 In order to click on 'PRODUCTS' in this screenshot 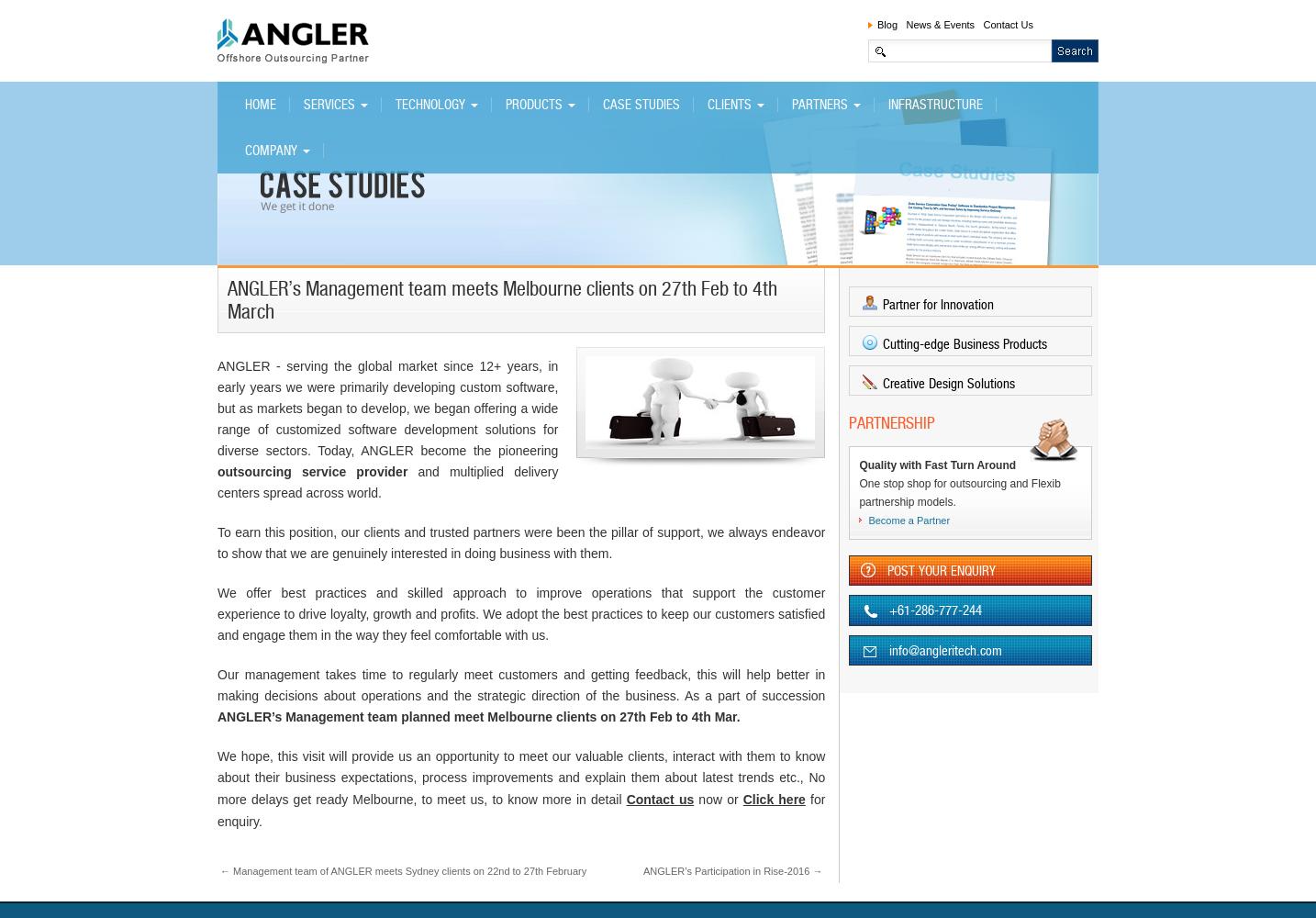, I will do `click(535, 103)`.